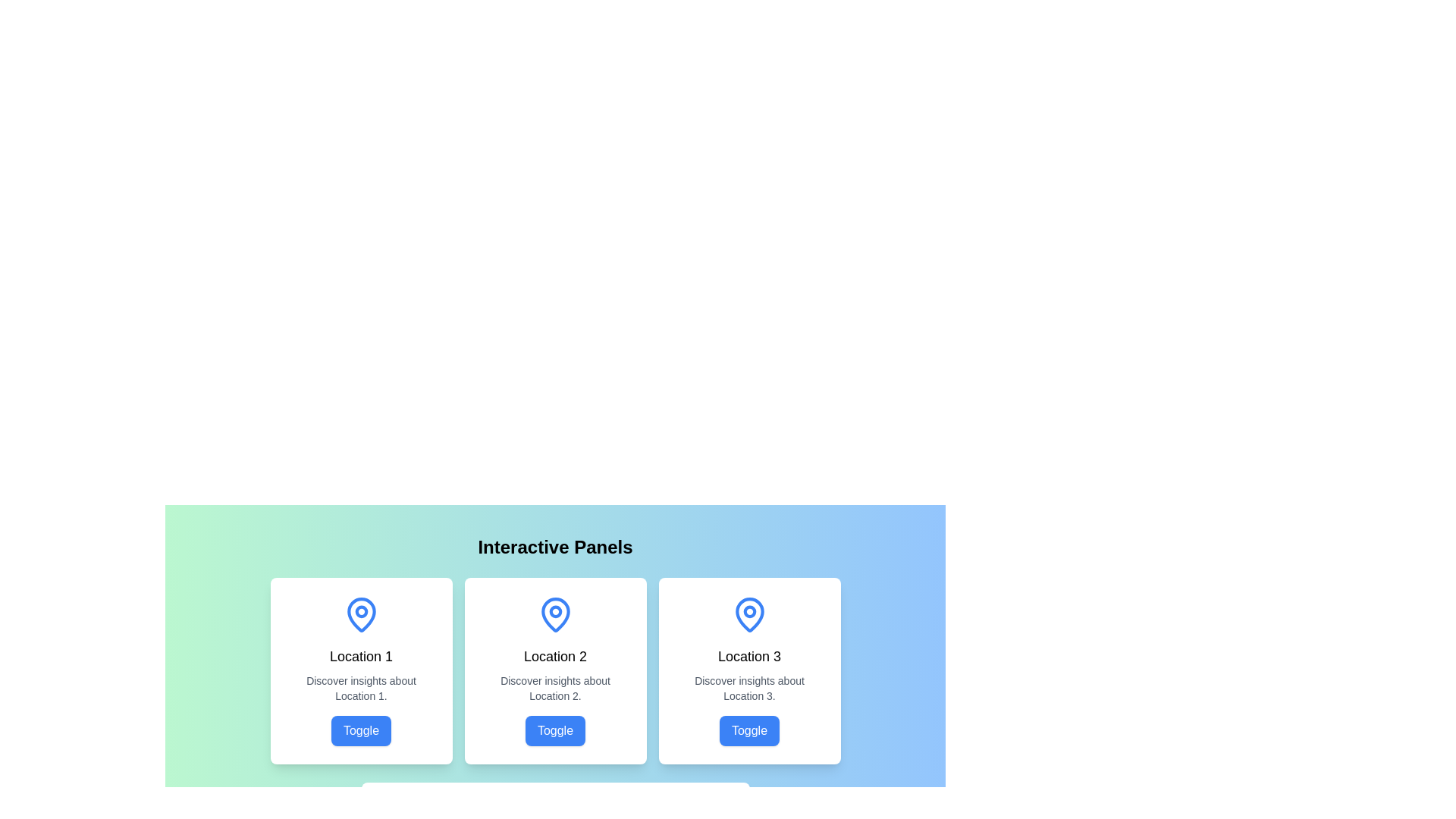  What do you see at coordinates (360, 688) in the screenshot?
I see `the static text label that reads 'Discover insights about Location 1.' located centrally under the heading 'Location 1' and above the blue button labeled 'Toggle'` at bounding box center [360, 688].